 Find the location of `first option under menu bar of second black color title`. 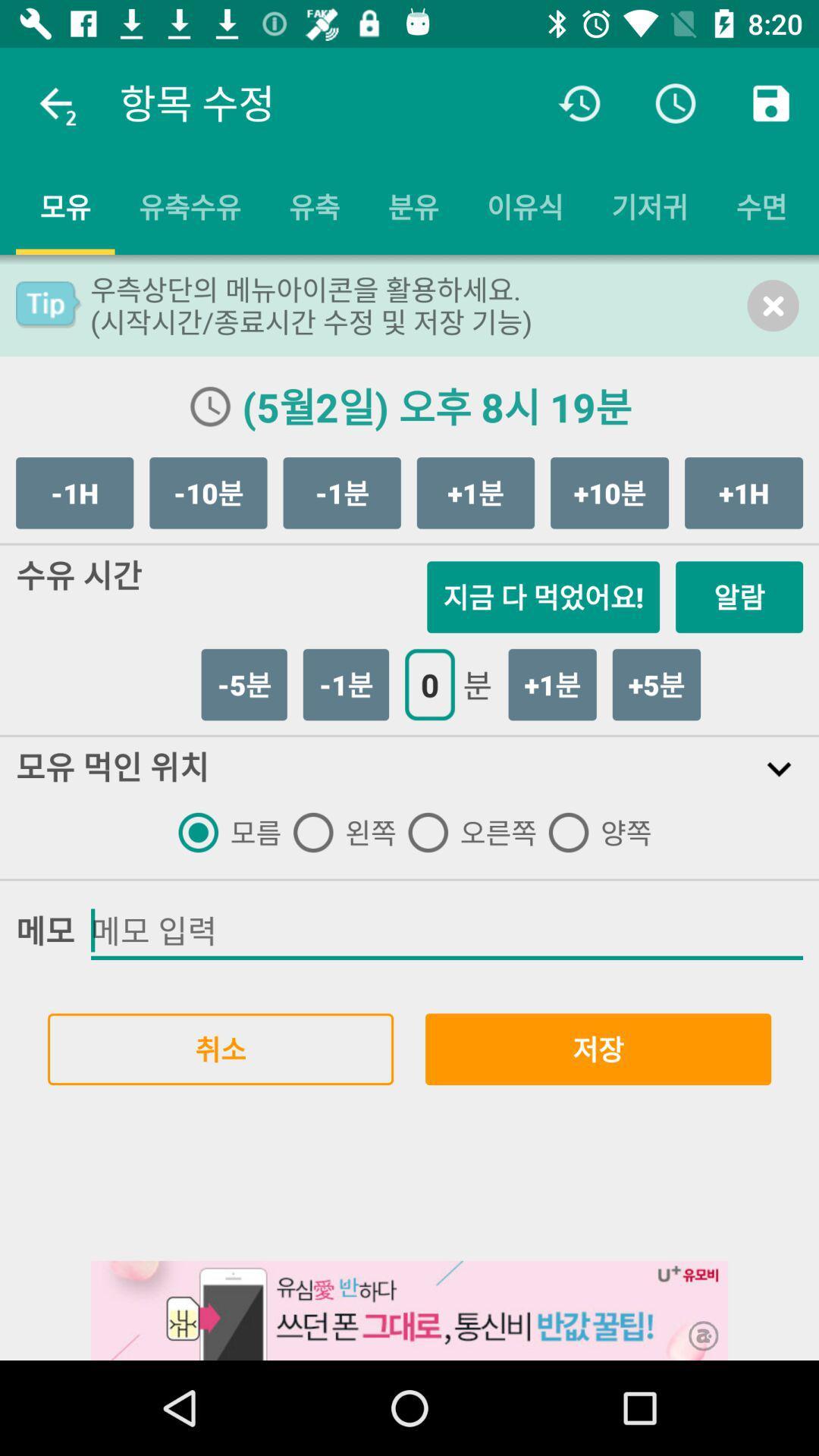

first option under menu bar of second black color title is located at coordinates (224, 832).